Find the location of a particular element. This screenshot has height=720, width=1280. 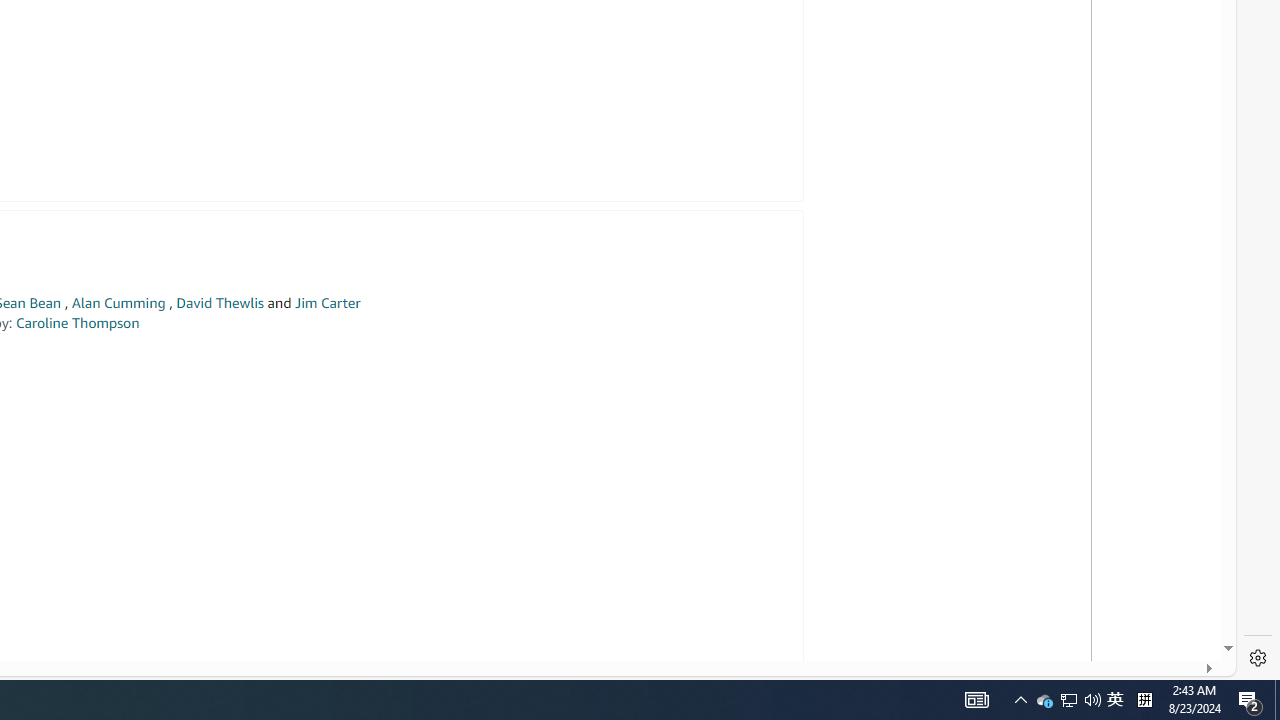

'David Thewlis' is located at coordinates (220, 303).